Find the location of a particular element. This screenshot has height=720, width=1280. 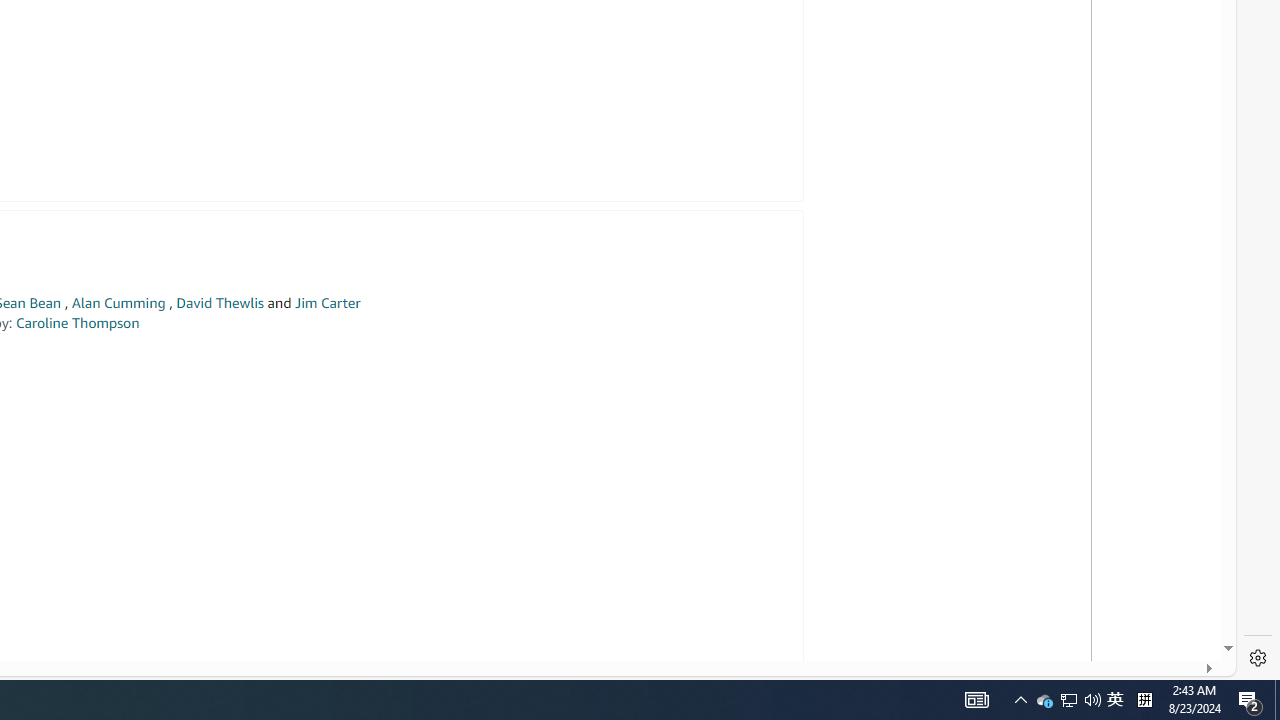

'David Thewlis' is located at coordinates (220, 303).